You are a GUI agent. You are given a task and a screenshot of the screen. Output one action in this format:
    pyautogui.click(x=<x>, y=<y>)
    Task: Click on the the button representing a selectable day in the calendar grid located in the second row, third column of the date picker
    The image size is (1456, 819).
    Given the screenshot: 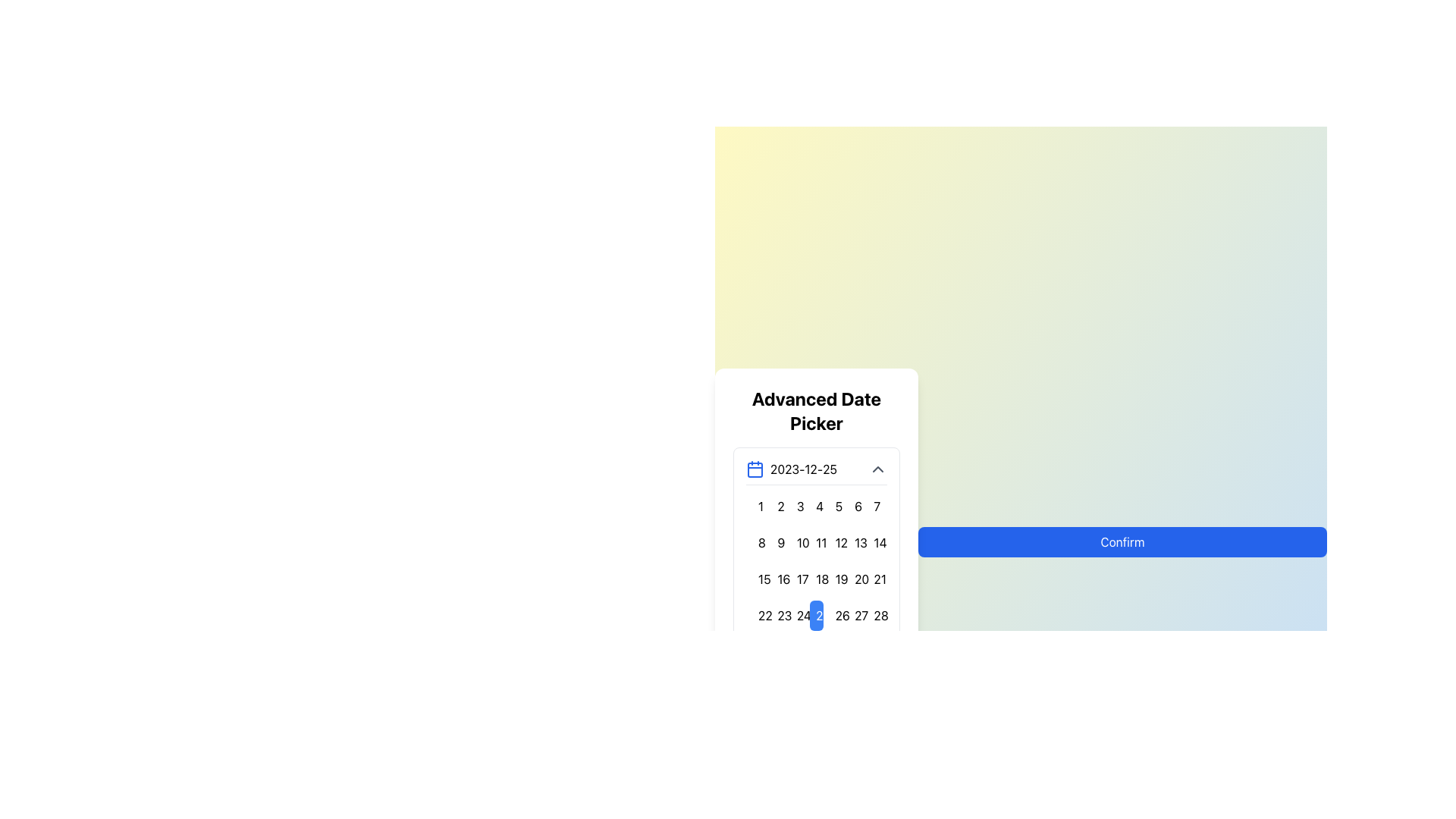 What is the action you would take?
    pyautogui.click(x=796, y=541)
    